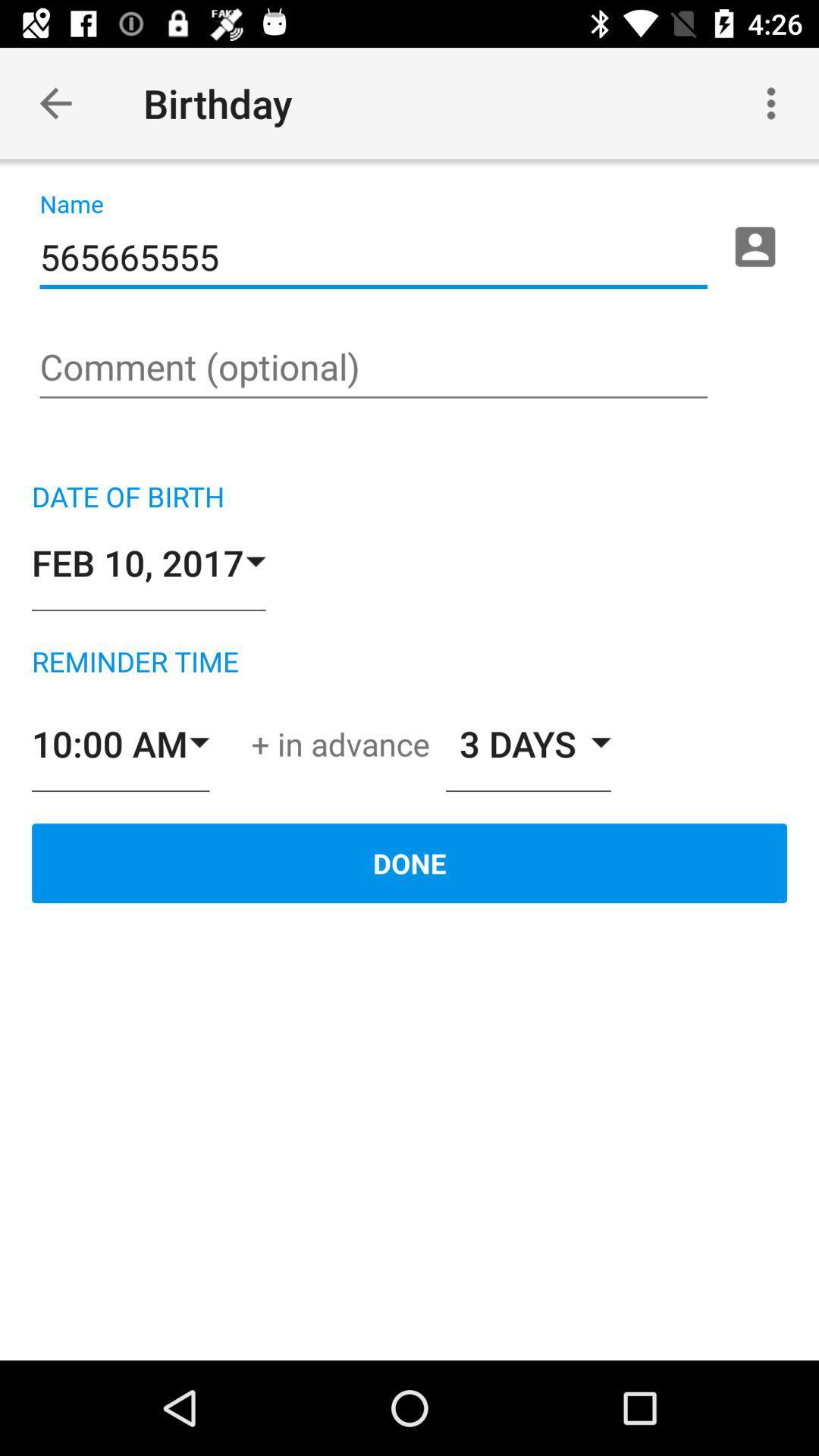 This screenshot has height=1456, width=819. I want to click on picture, so click(755, 246).